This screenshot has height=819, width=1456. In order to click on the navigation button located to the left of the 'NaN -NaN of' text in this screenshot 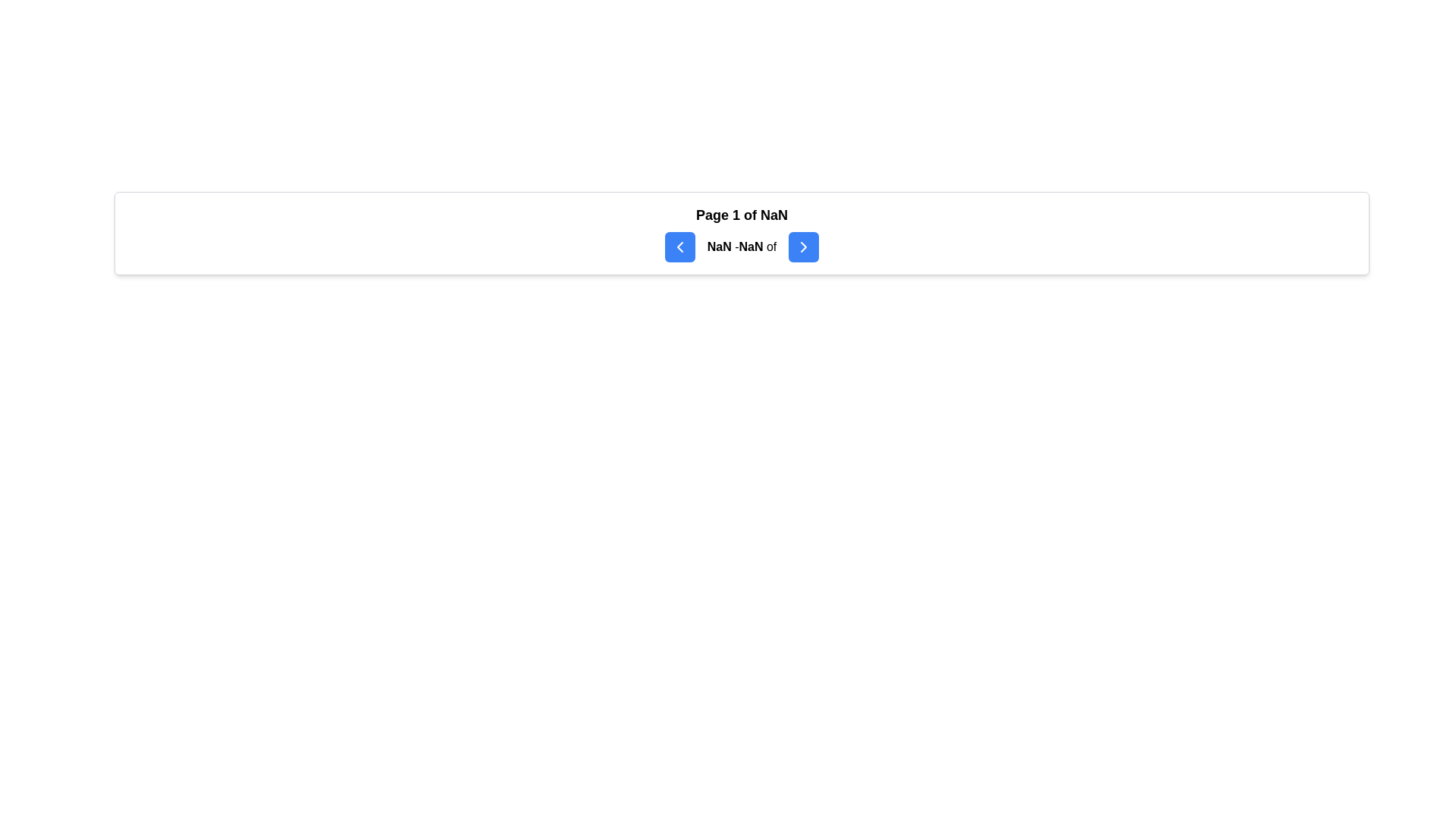, I will do `click(679, 246)`.